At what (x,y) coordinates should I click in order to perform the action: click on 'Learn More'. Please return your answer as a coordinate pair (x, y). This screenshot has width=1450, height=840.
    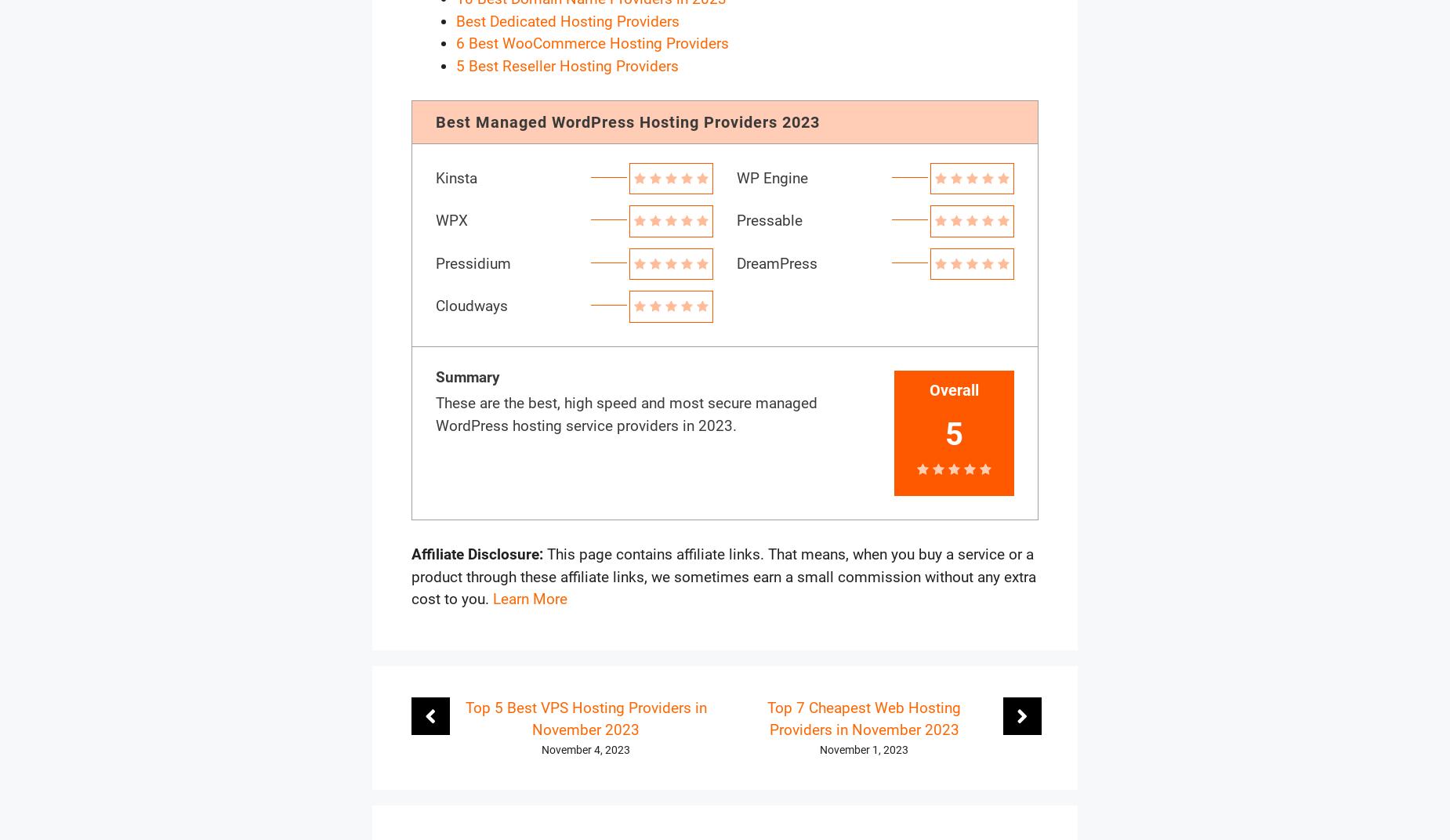
    Looking at the image, I should click on (530, 599).